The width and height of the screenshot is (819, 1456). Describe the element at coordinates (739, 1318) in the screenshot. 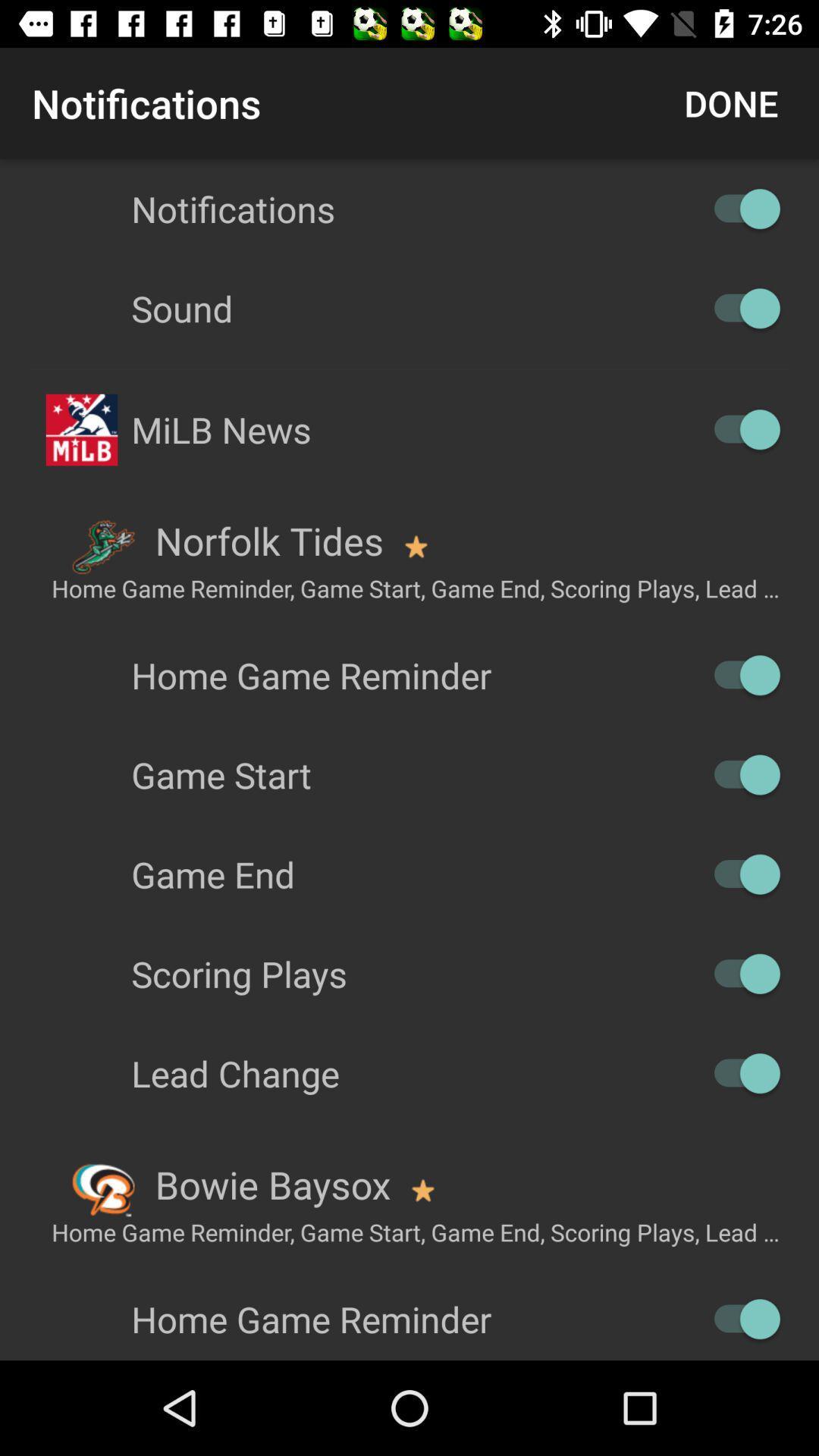

I see `reminder option` at that location.